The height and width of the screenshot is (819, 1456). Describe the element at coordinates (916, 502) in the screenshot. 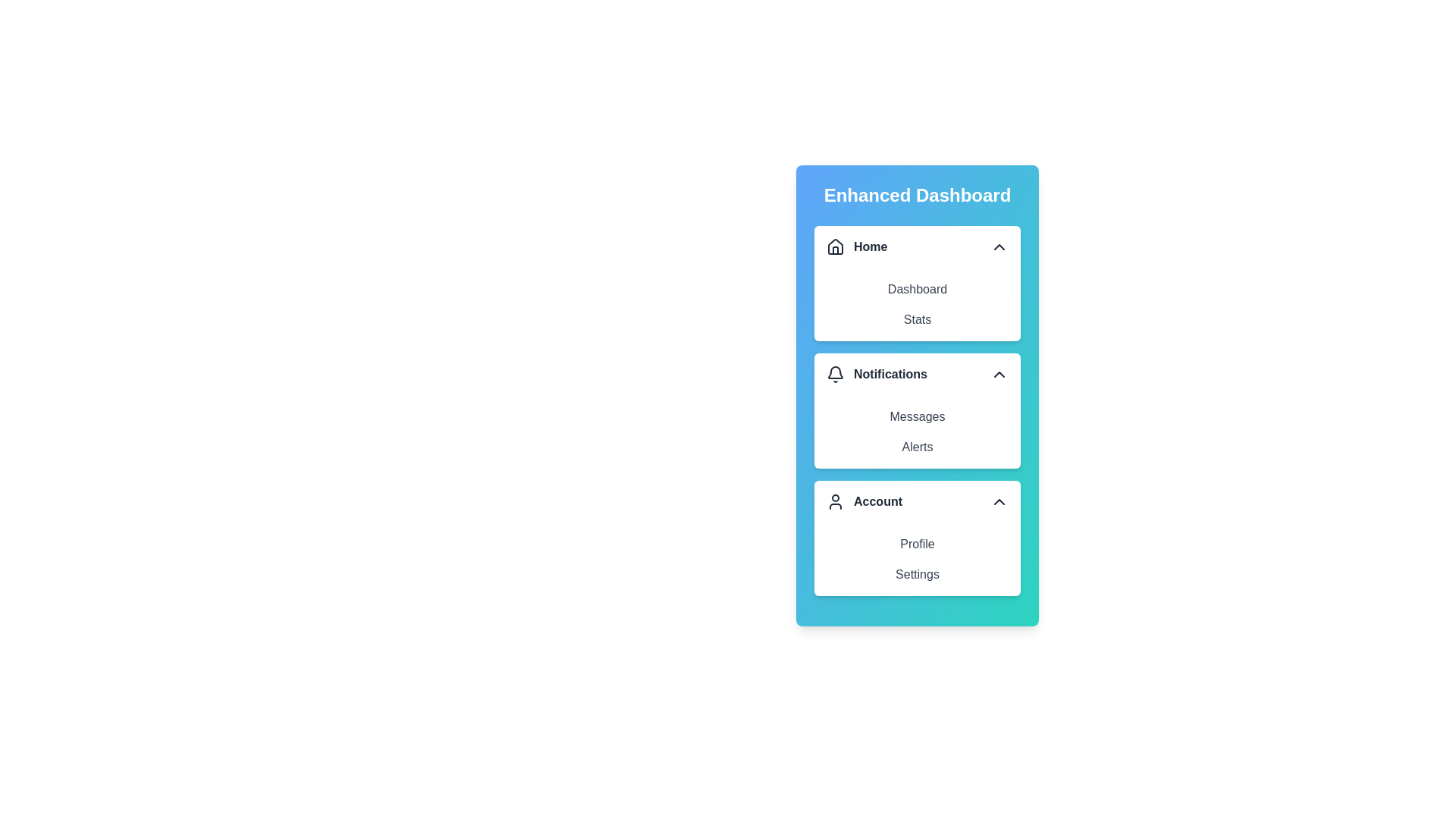

I see `the header of the menu section labeled Account to toggle its expanded/collapsed state` at that location.